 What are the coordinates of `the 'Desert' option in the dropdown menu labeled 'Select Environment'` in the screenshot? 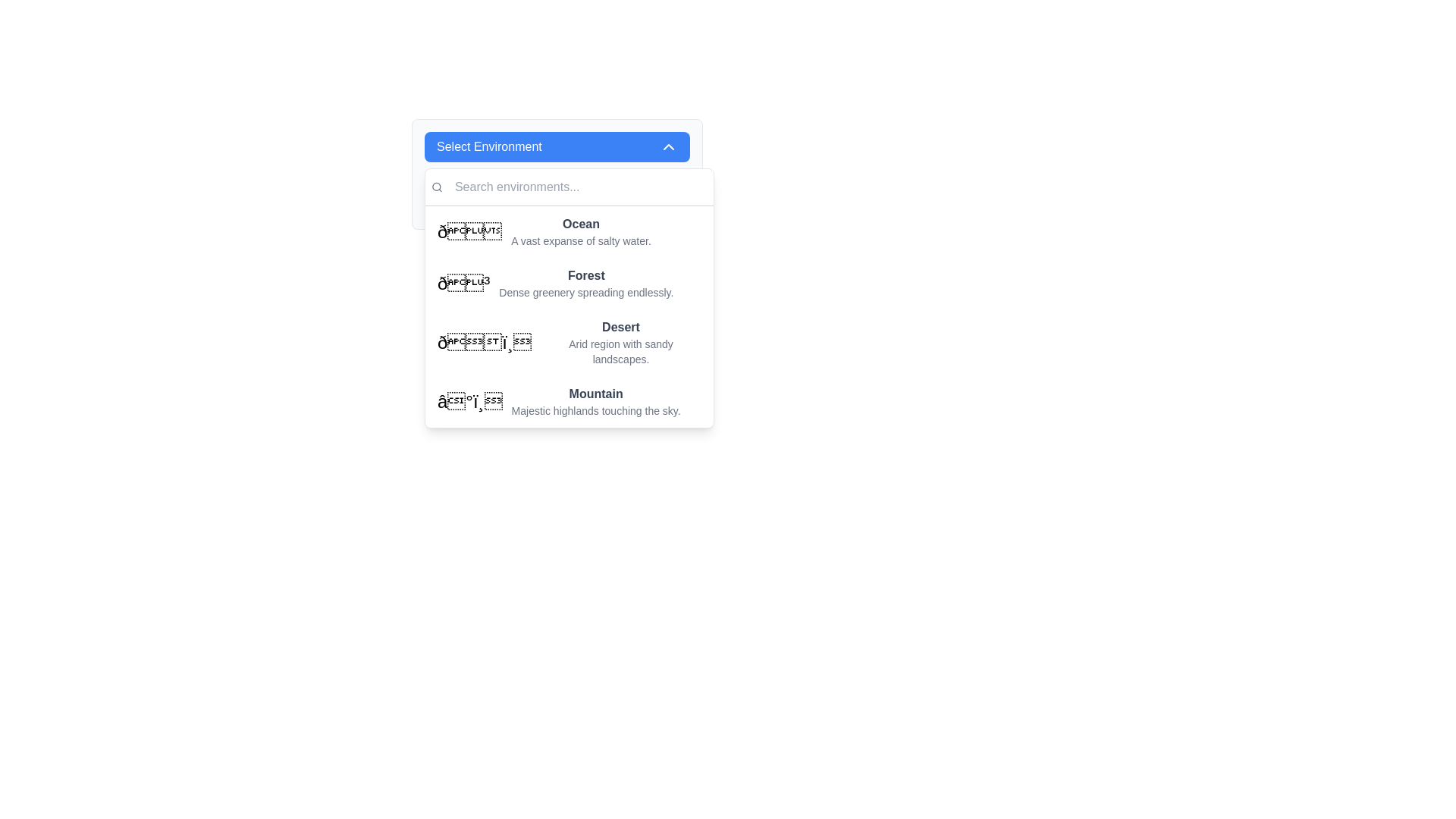 It's located at (621, 342).